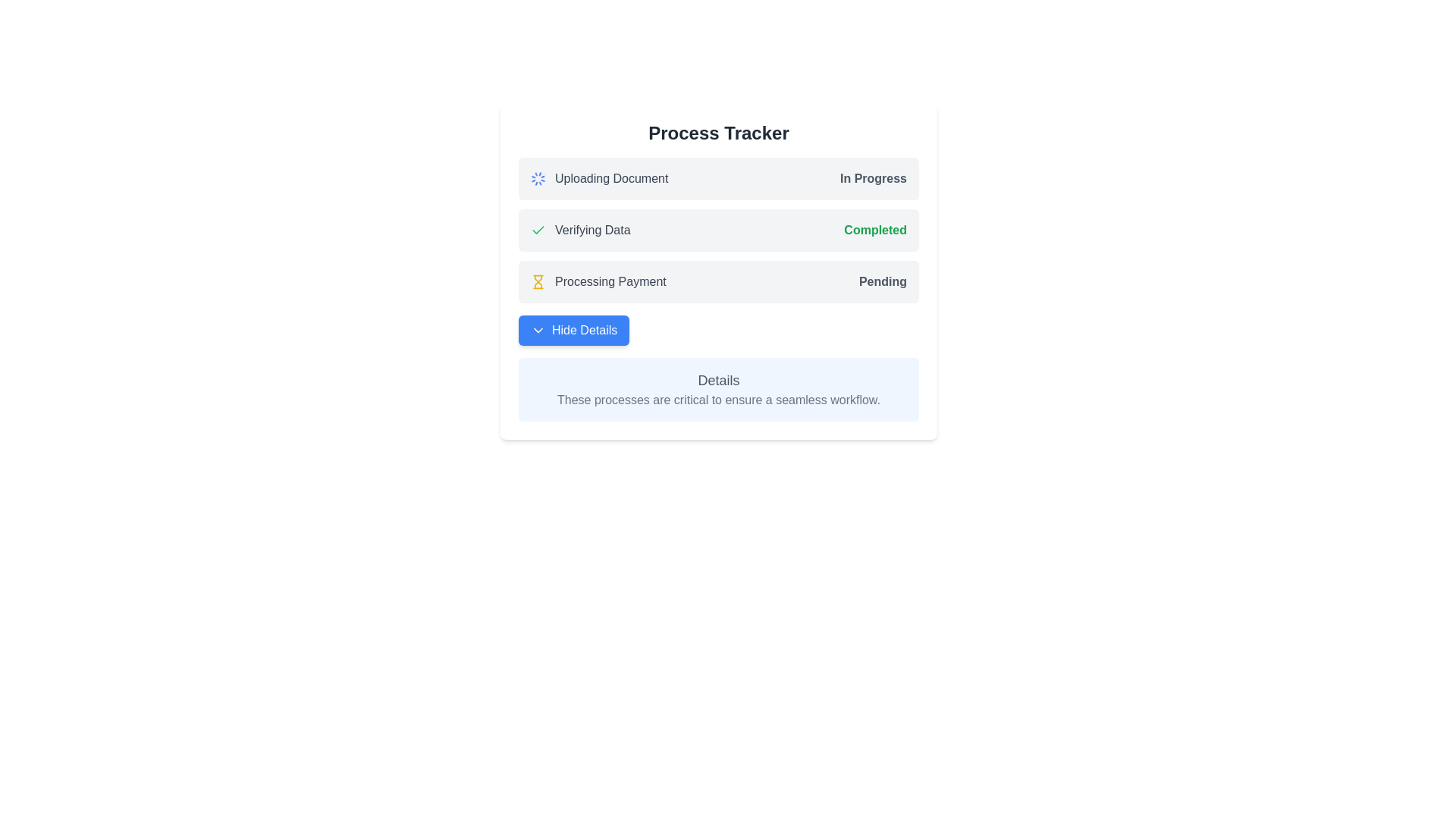  I want to click on the informational text label indicating that the payment process is currently in progress, located in the 'Process Tracker' section, between 'Verifying Data' and 'Pending', so click(598, 281).